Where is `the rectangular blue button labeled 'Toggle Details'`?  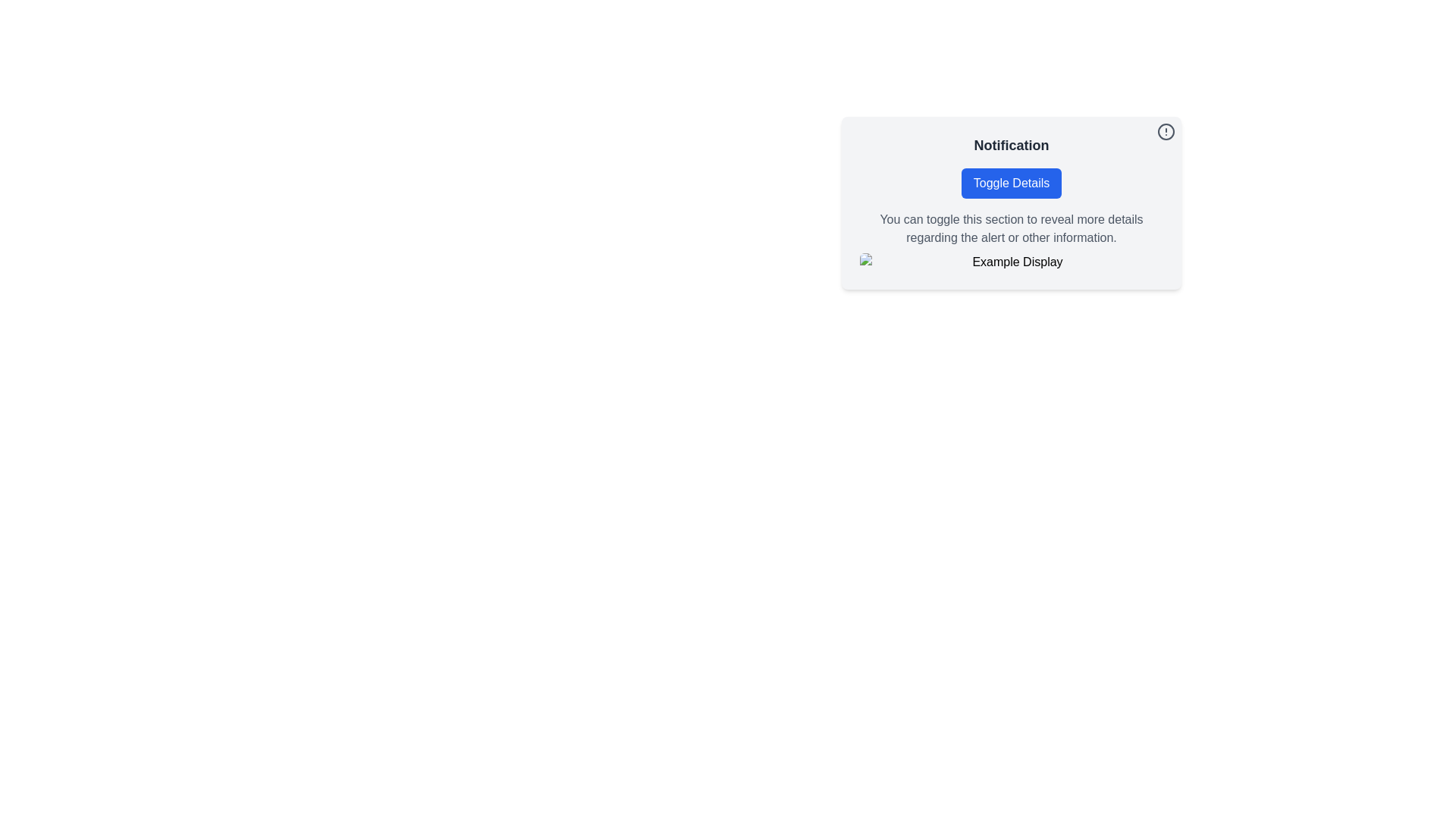 the rectangular blue button labeled 'Toggle Details' is located at coordinates (1012, 183).